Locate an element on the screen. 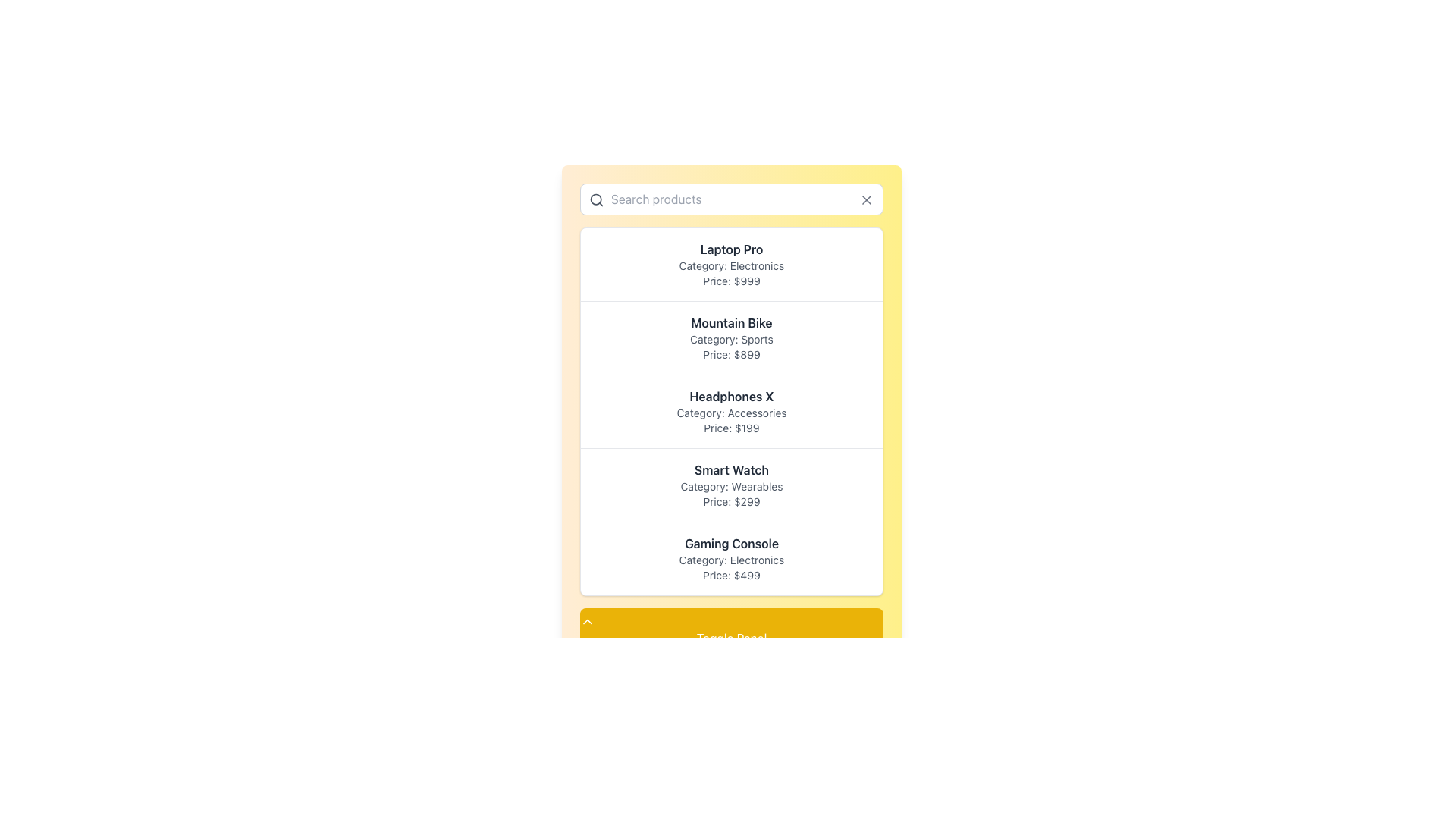 This screenshot has height=819, width=1456. text label displaying 'Category: Wearables' which is located below the main header 'Smart Watch' and above the price information in a list item is located at coordinates (731, 486).